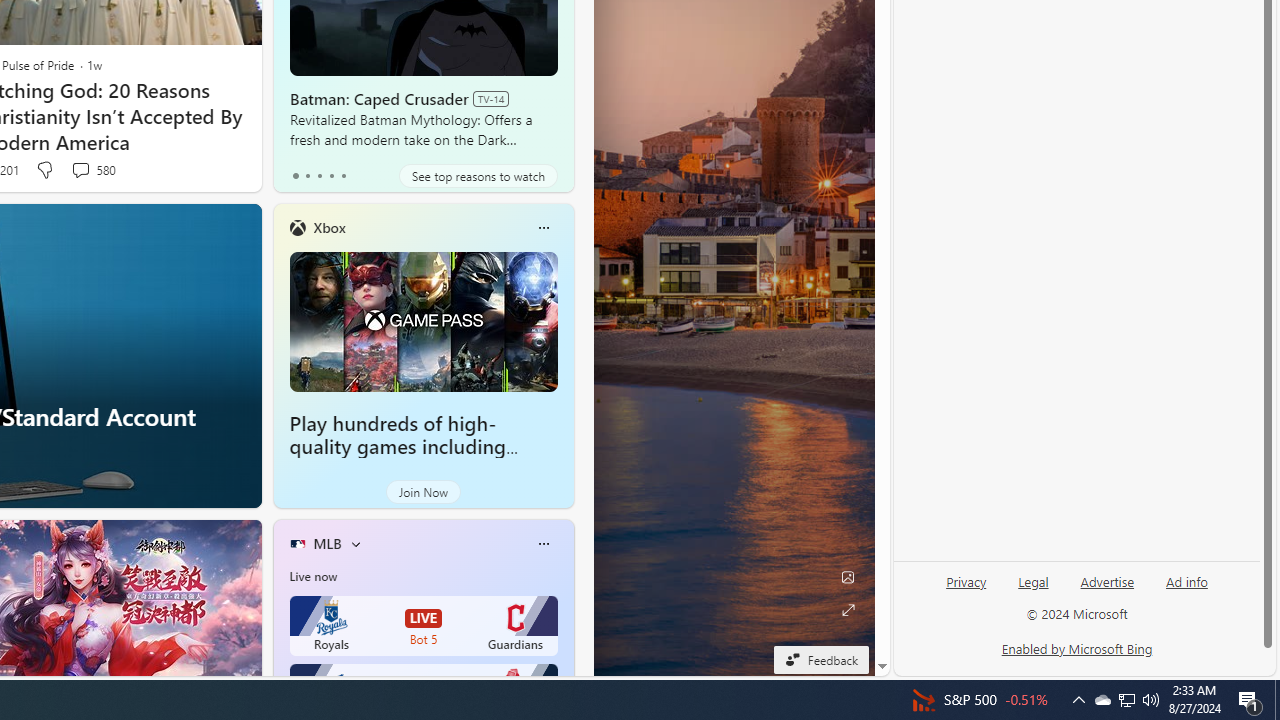 The width and height of the screenshot is (1280, 720). What do you see at coordinates (331, 175) in the screenshot?
I see `'tab-3'` at bounding box center [331, 175].